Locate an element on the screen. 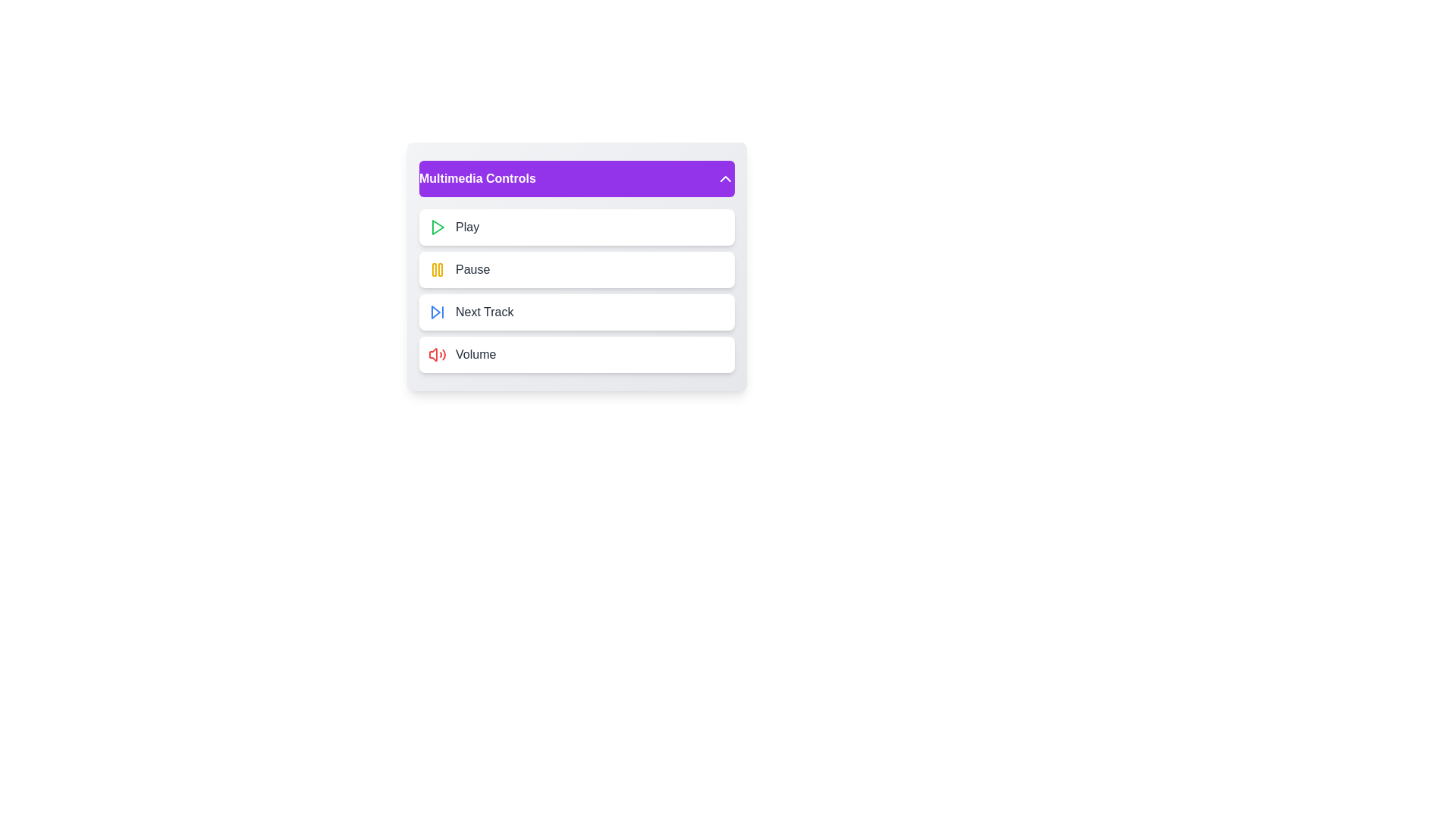 The image size is (1456, 819). the Text label indicating volume adjustment located within the 'Multimedia Controls' menu, positioned to the right of the sound-related icon is located at coordinates (475, 354).